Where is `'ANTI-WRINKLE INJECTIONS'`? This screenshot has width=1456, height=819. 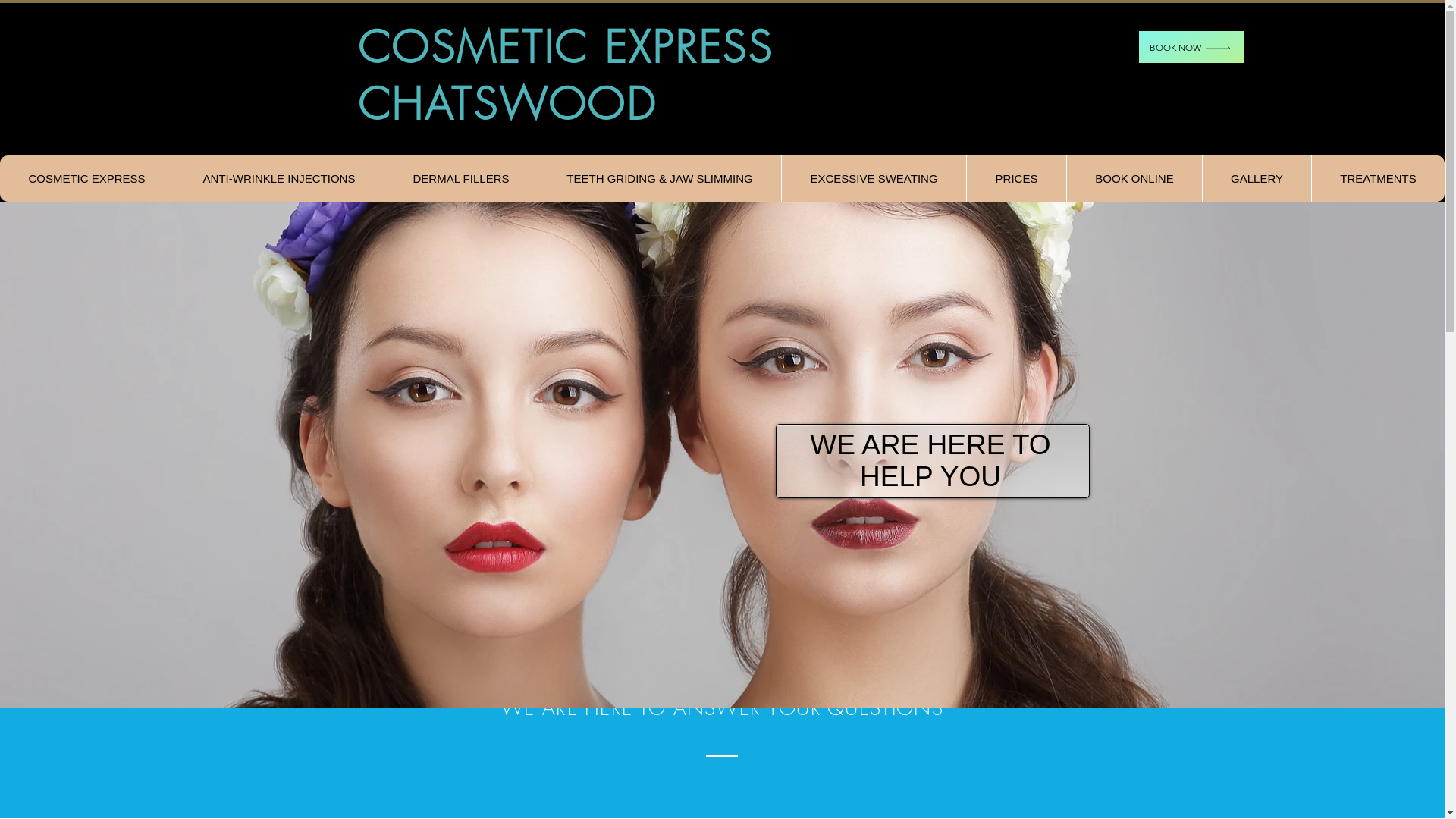 'ANTI-WRINKLE INJECTIONS' is located at coordinates (174, 177).